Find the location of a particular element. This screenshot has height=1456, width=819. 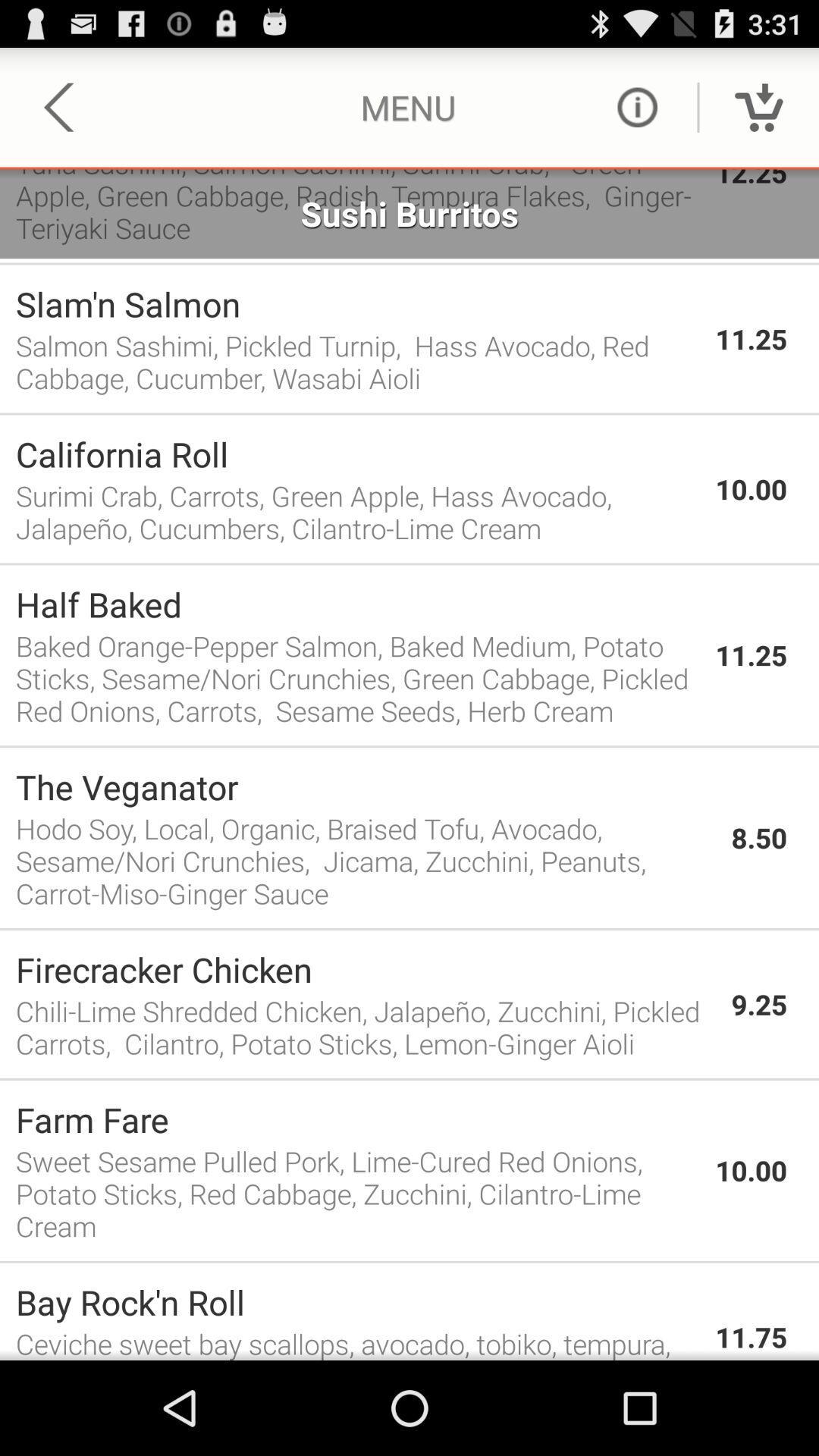

the icon next to 11.25 icon is located at coordinates (357, 677).